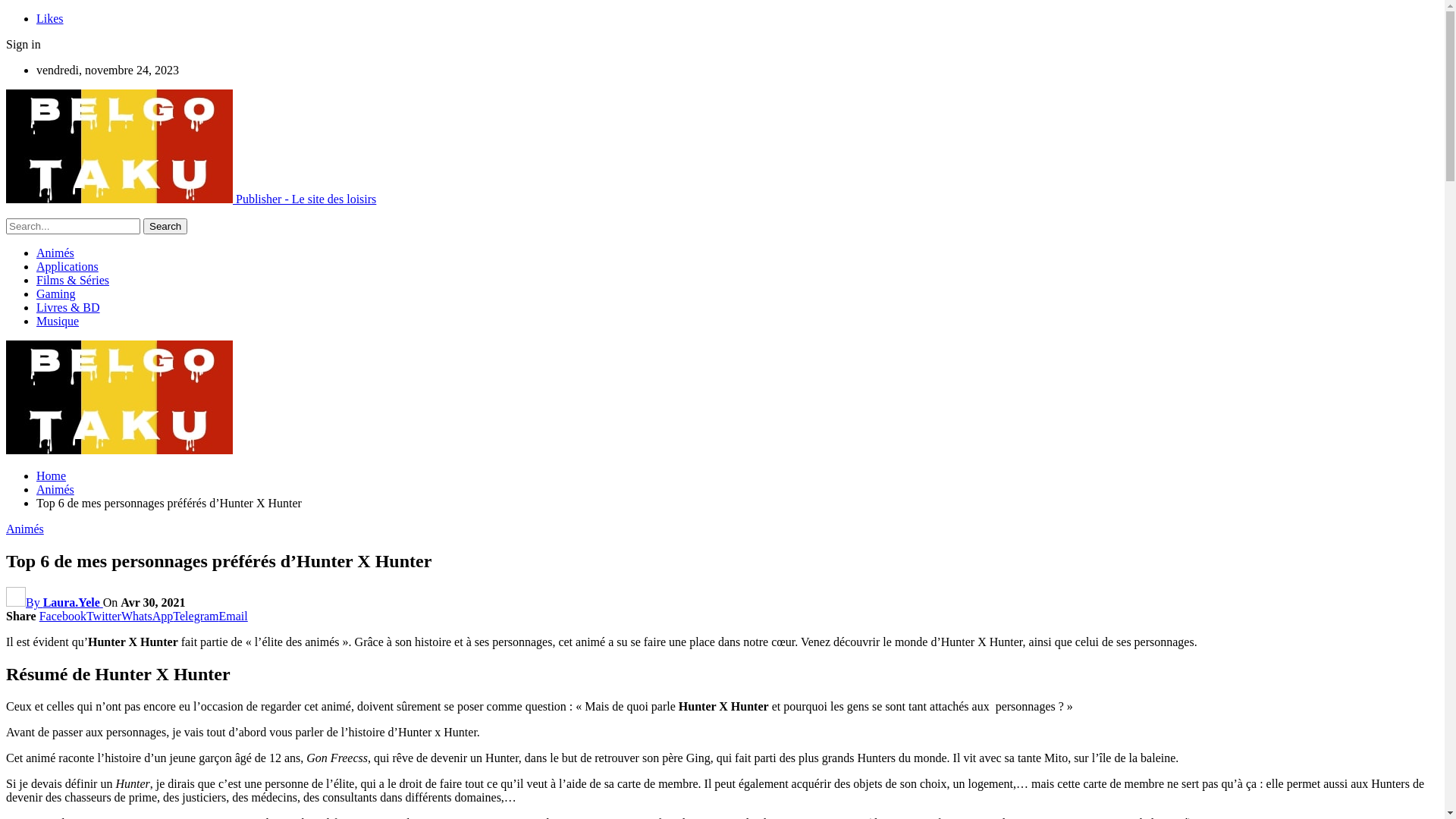  Describe the element at coordinates (55, 293) in the screenshot. I see `'Gaming'` at that location.